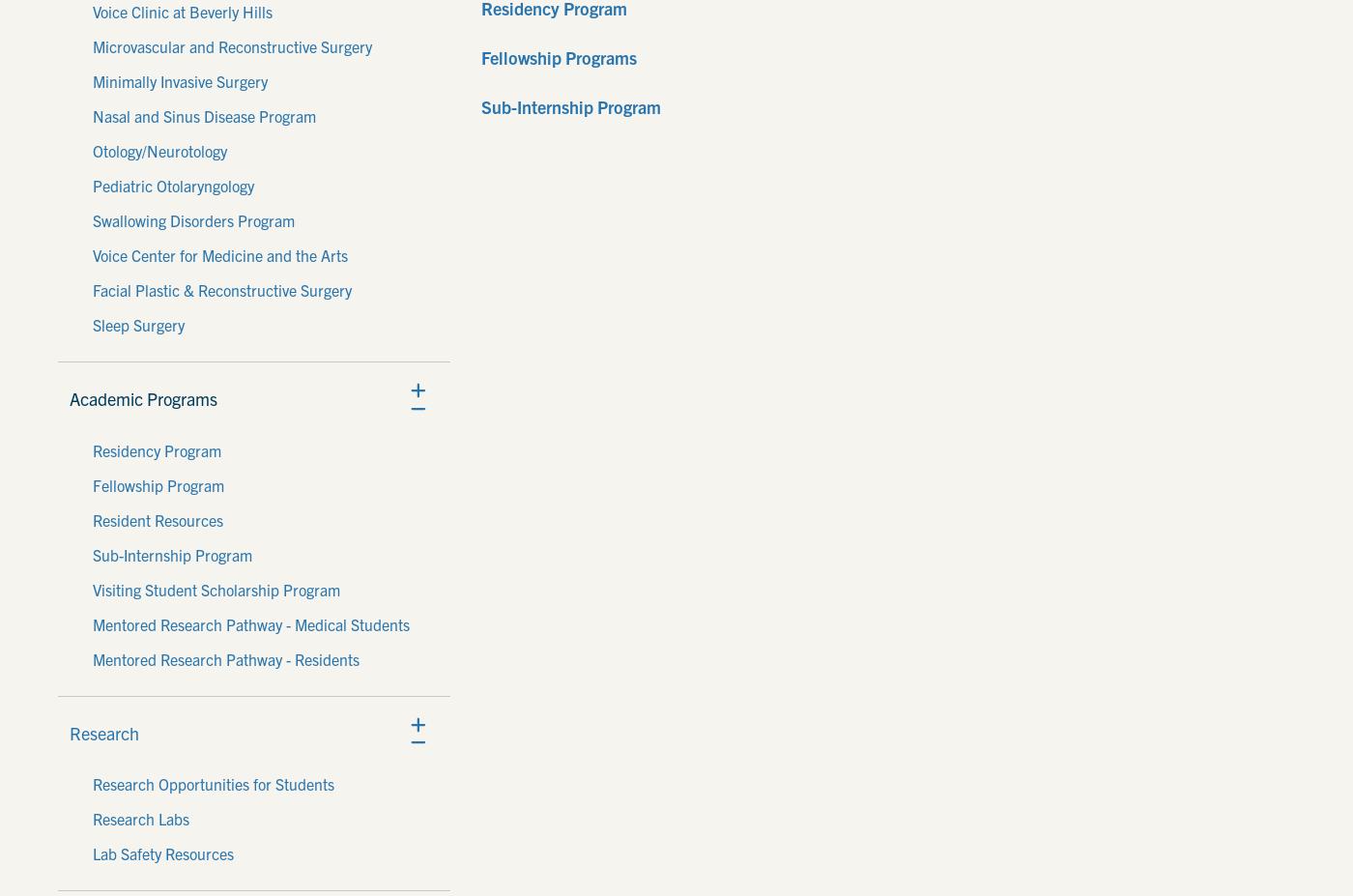  I want to click on 'Mentored Research Pathway - Medical Students', so click(250, 622).